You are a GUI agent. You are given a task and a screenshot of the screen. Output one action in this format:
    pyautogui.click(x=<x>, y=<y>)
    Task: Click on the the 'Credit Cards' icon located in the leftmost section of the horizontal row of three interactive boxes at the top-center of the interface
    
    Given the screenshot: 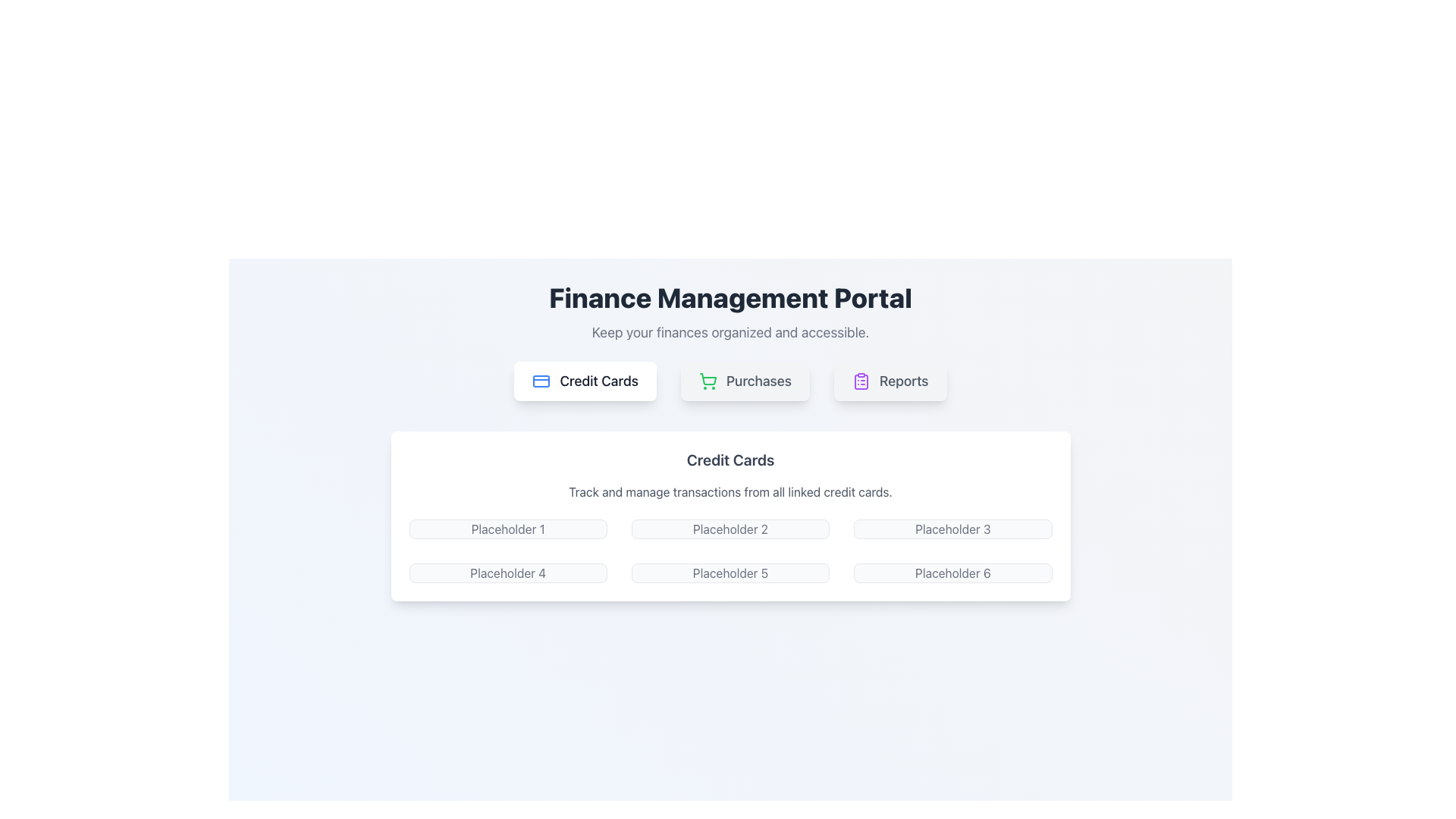 What is the action you would take?
    pyautogui.click(x=541, y=380)
    